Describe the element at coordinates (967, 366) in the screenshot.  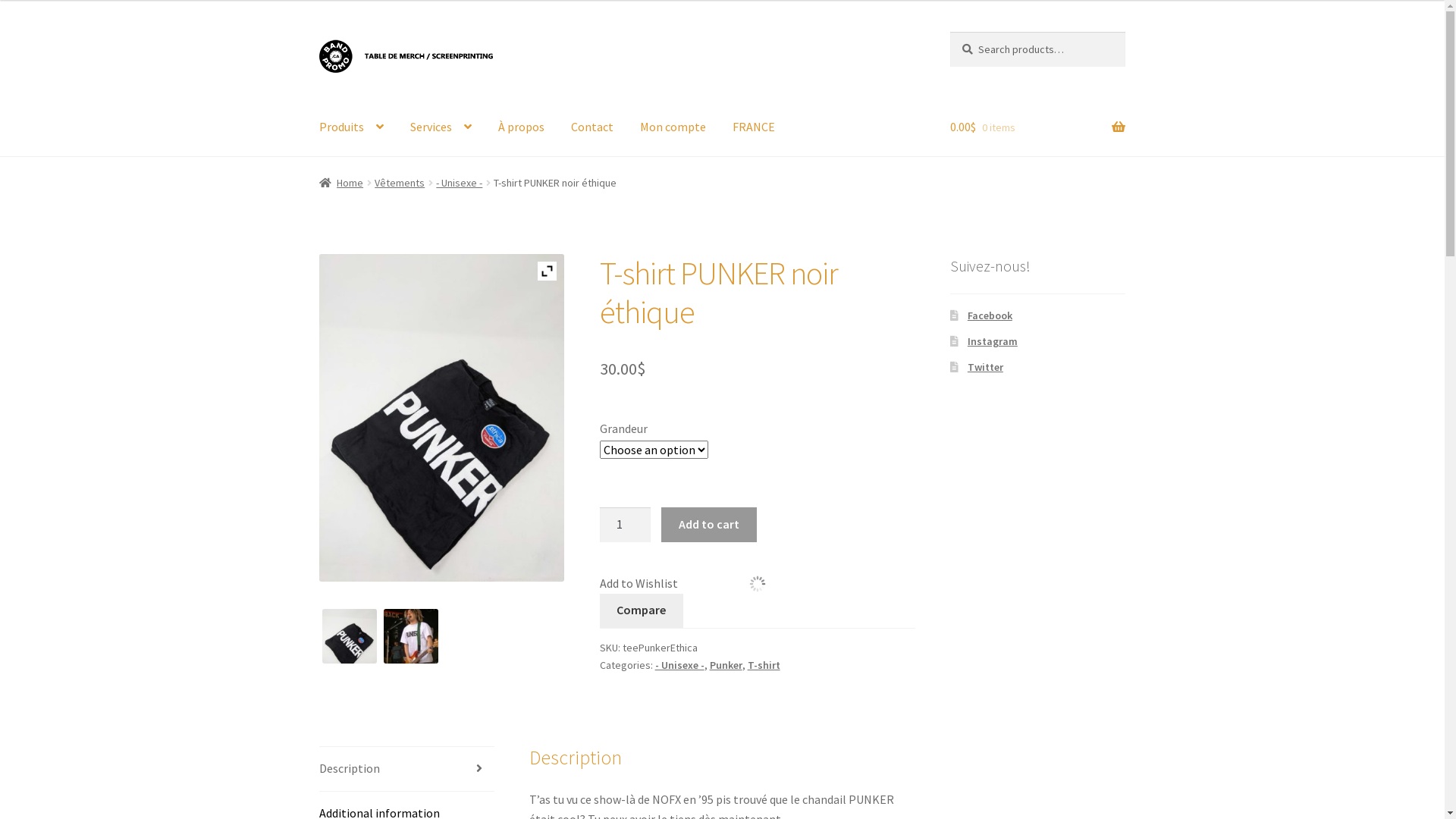
I see `'Twitter'` at that location.